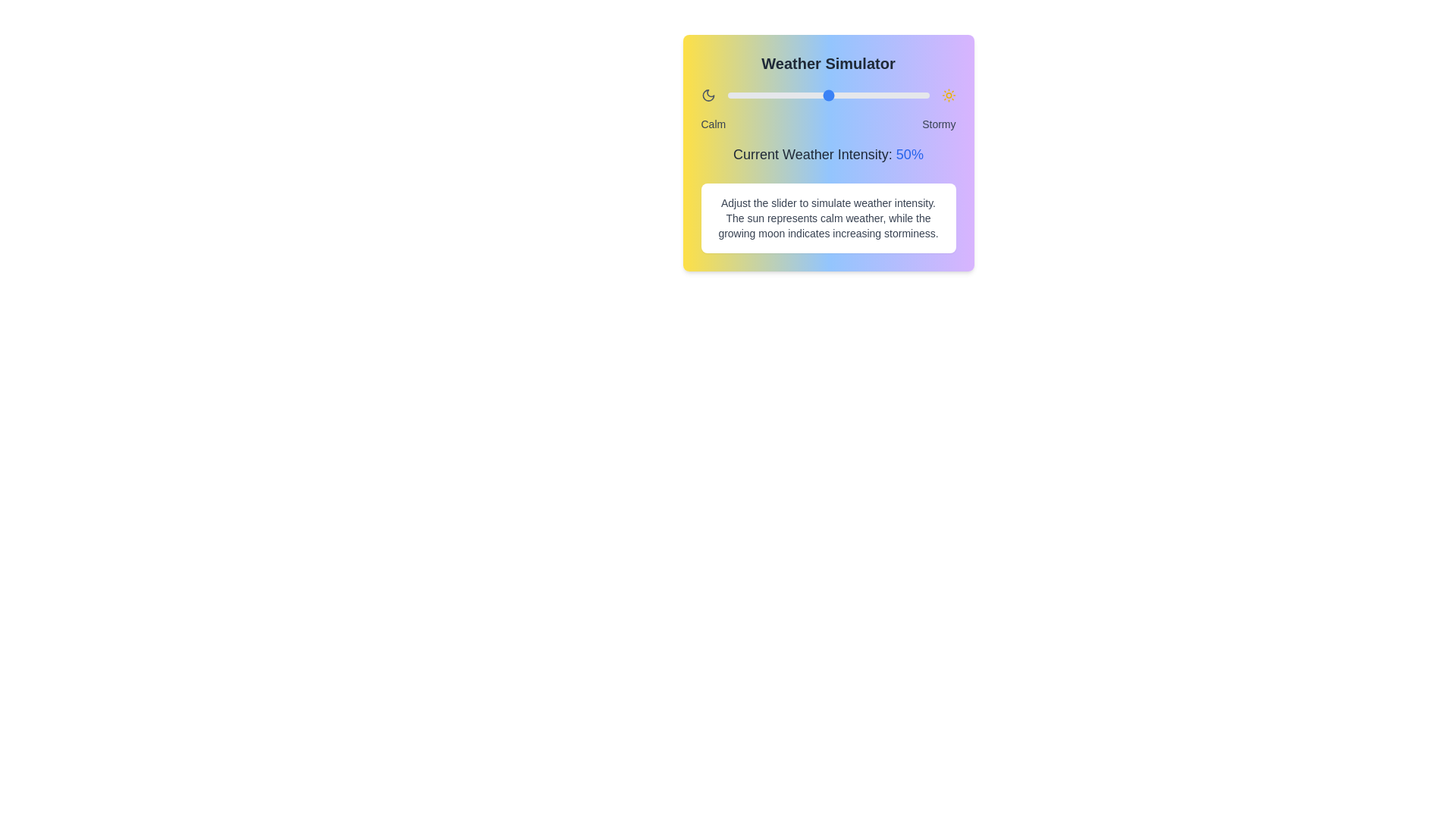 This screenshot has width=1456, height=819. Describe the element at coordinates (708, 96) in the screenshot. I see `the calm icon to simulate the weather condition` at that location.